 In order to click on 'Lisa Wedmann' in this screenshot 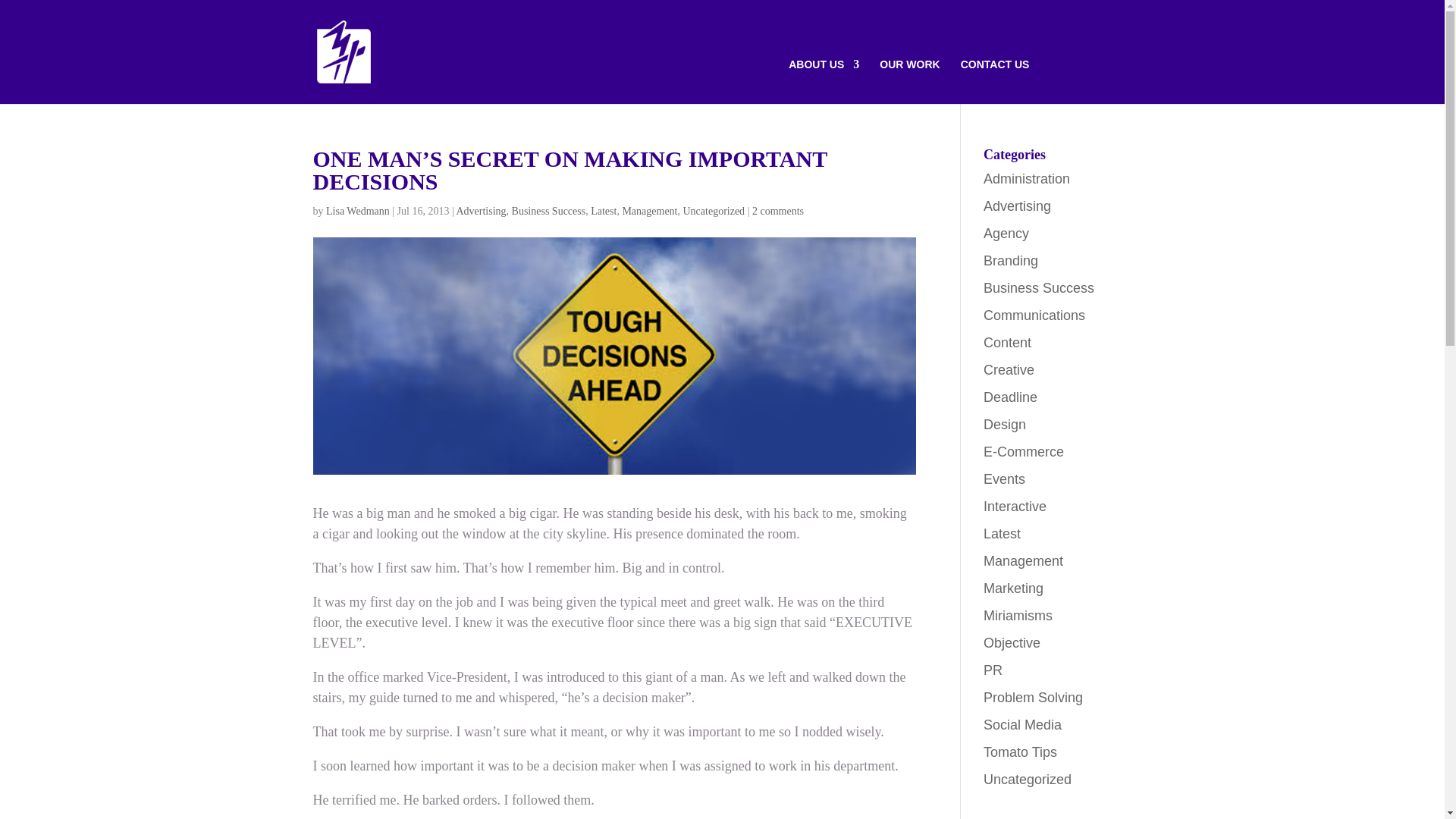, I will do `click(356, 211)`.